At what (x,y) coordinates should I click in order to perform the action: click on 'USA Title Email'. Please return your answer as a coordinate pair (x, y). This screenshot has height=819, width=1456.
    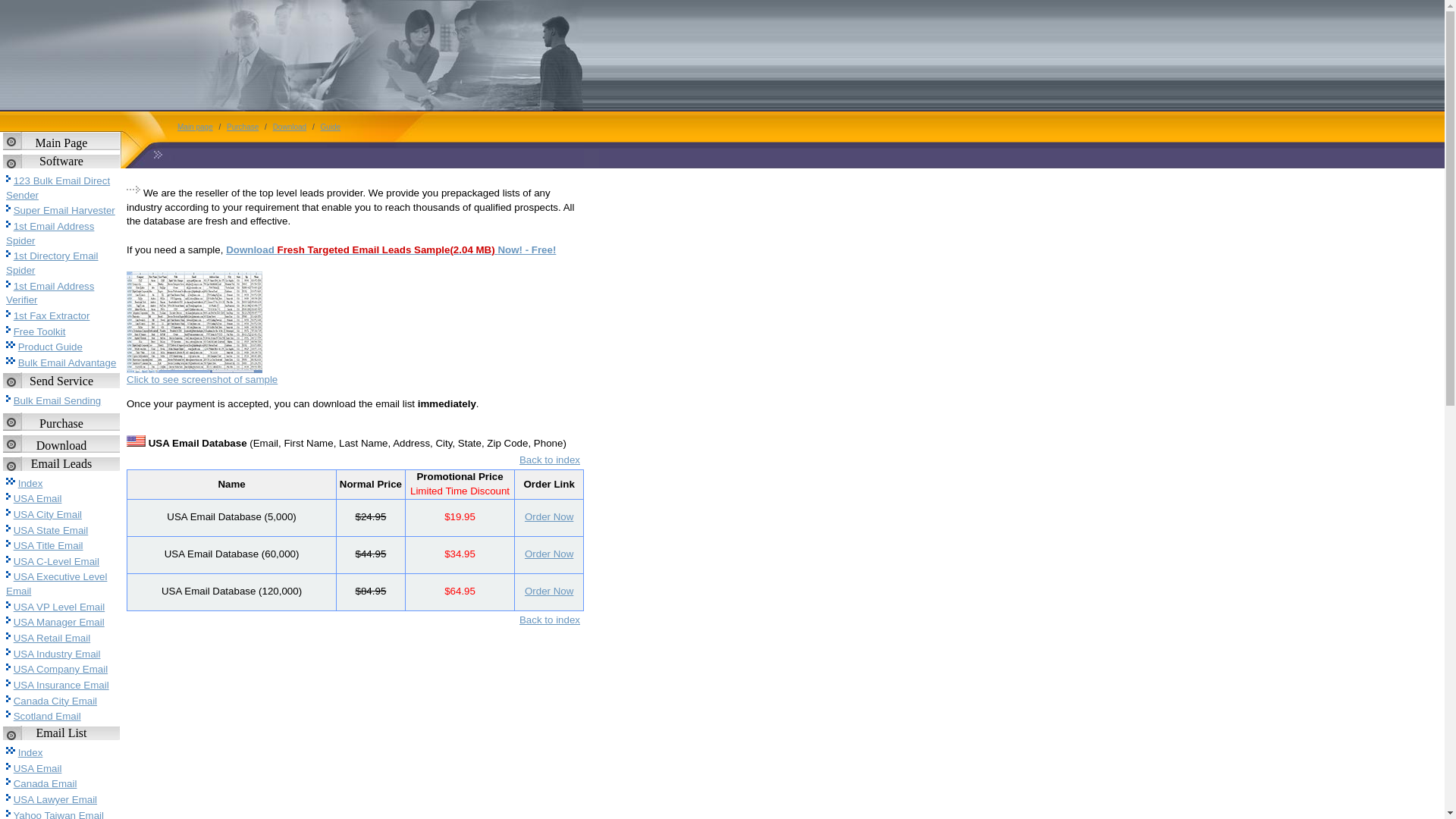
    Looking at the image, I should click on (48, 544).